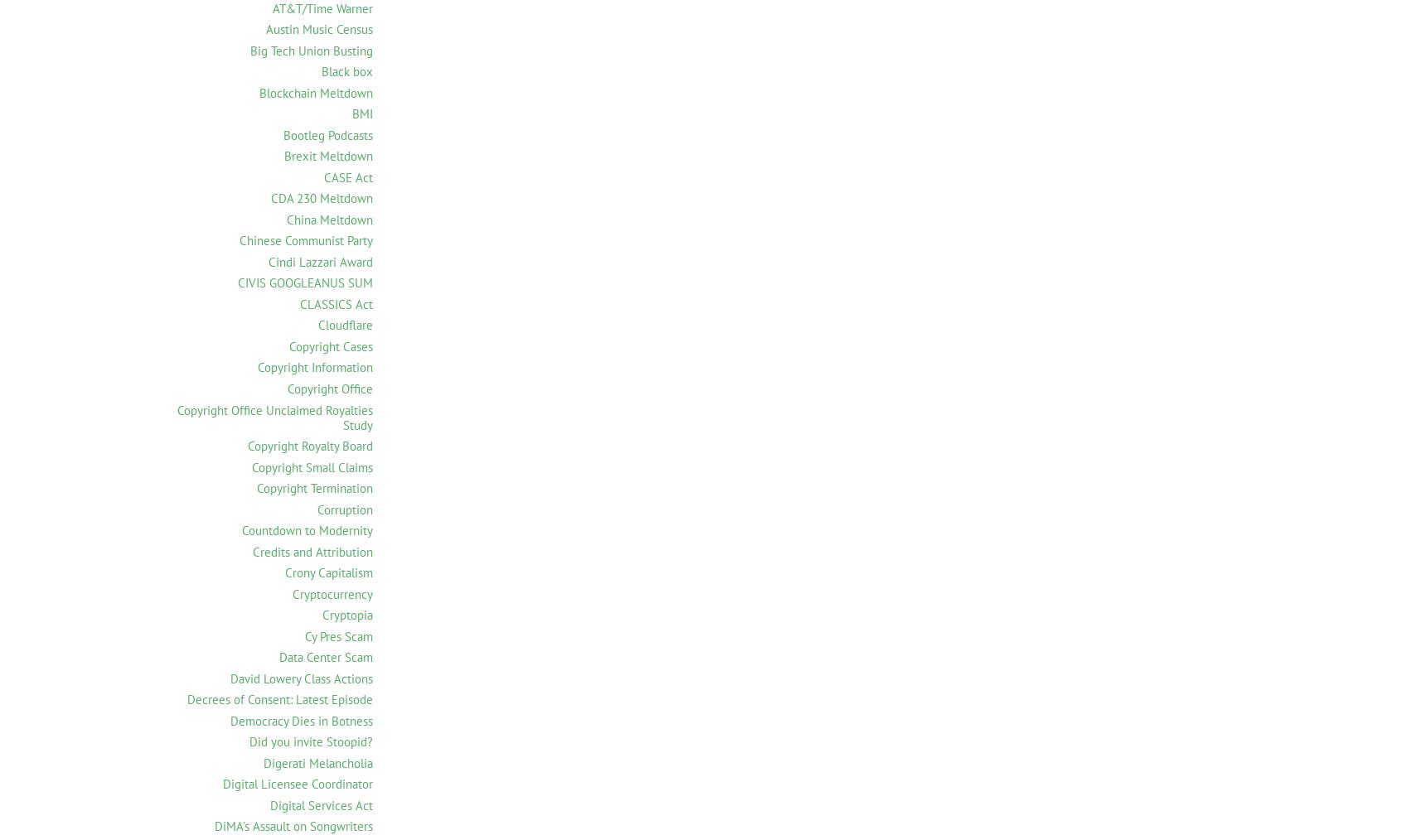  I want to click on 'David Lowery Class Actions', so click(300, 678).